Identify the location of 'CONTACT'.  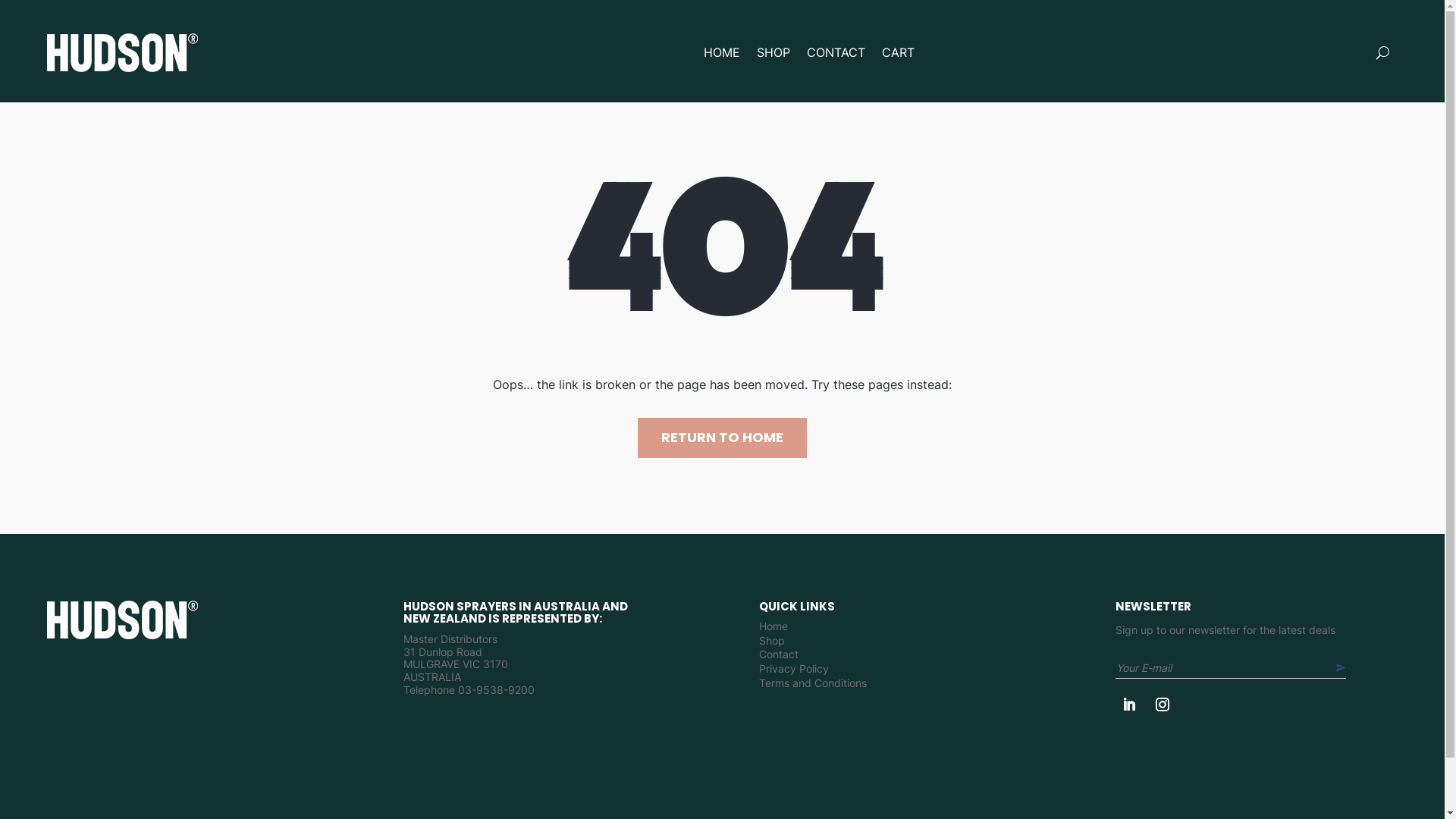
(835, 52).